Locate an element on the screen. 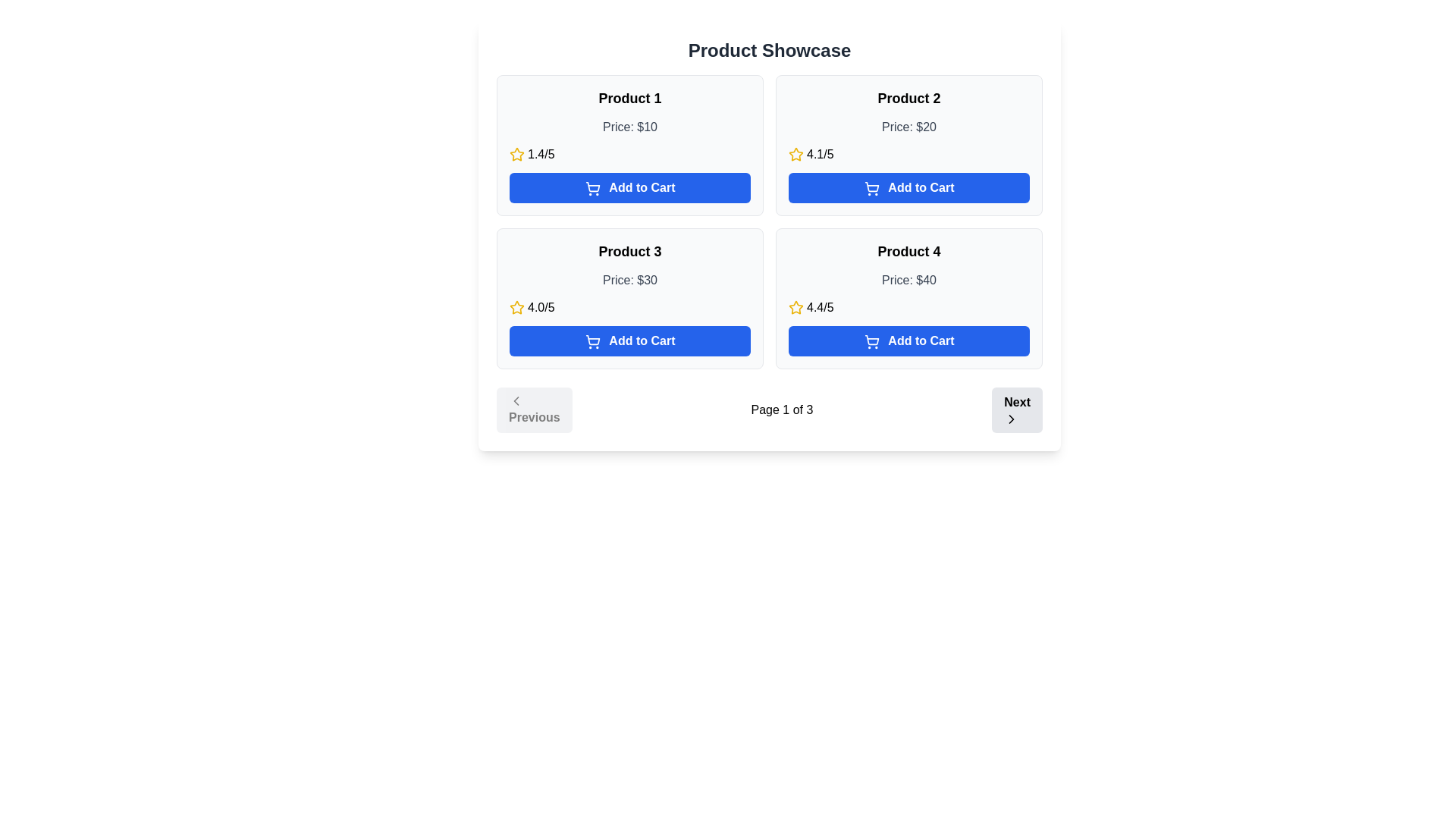 The image size is (1456, 819). the star-shaped icon representing the filled rating of '4.4/5' for 'Product 4' in the product showcase is located at coordinates (795, 307).